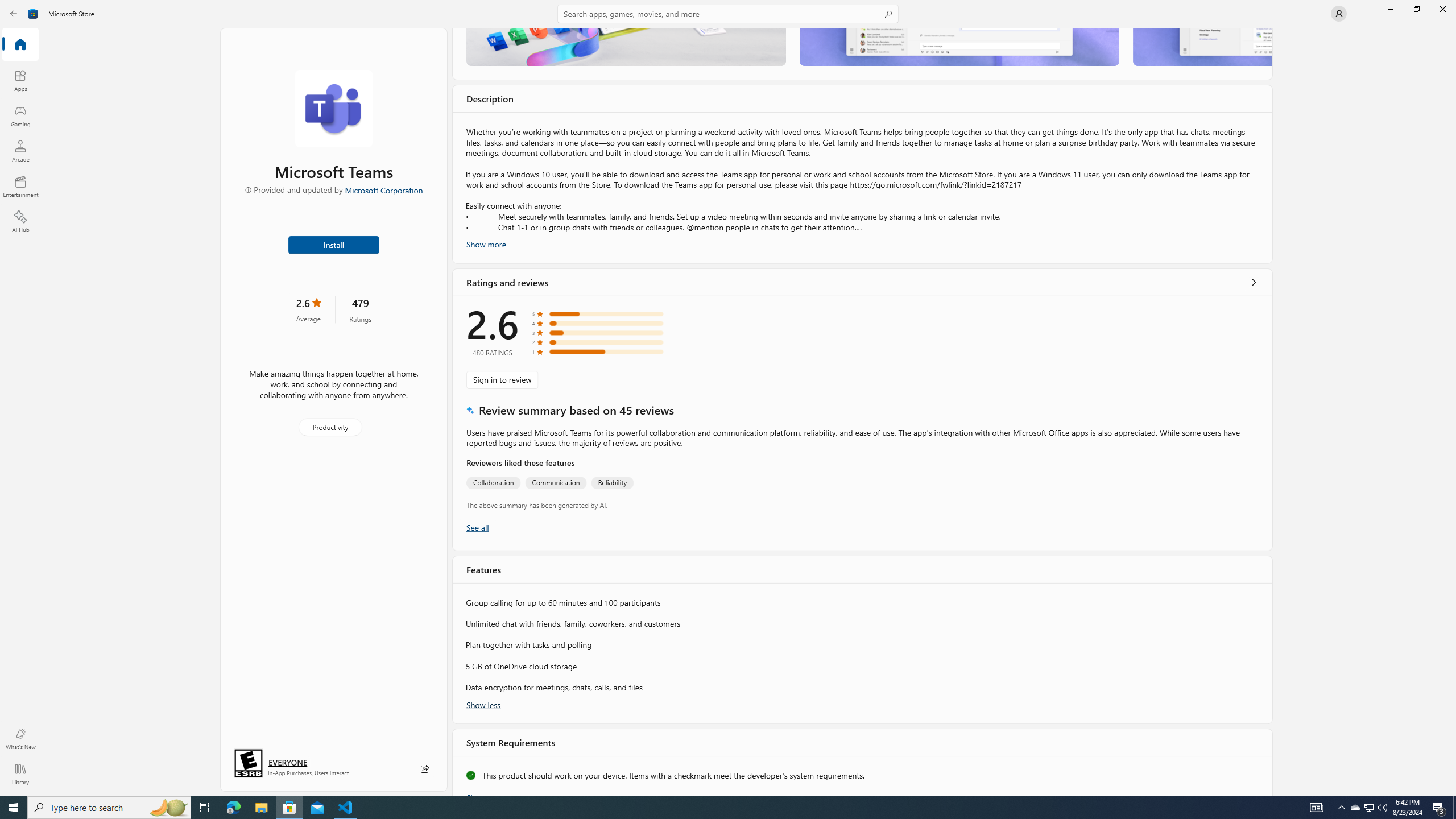  Describe the element at coordinates (424, 768) in the screenshot. I see `'Share'` at that location.